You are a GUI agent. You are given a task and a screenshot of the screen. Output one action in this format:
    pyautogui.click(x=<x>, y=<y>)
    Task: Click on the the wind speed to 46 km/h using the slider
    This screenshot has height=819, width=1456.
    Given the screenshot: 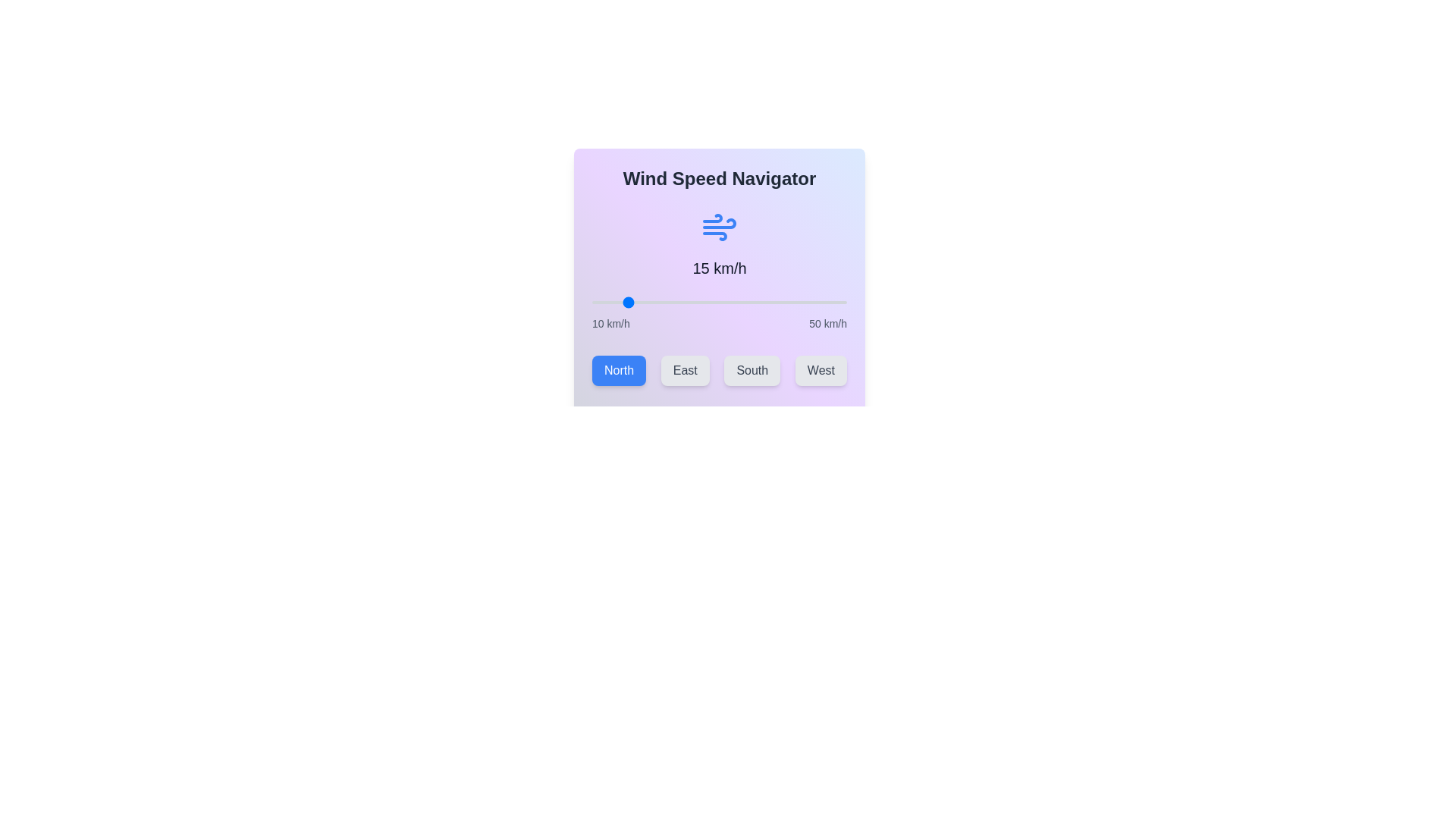 What is the action you would take?
    pyautogui.click(x=821, y=302)
    